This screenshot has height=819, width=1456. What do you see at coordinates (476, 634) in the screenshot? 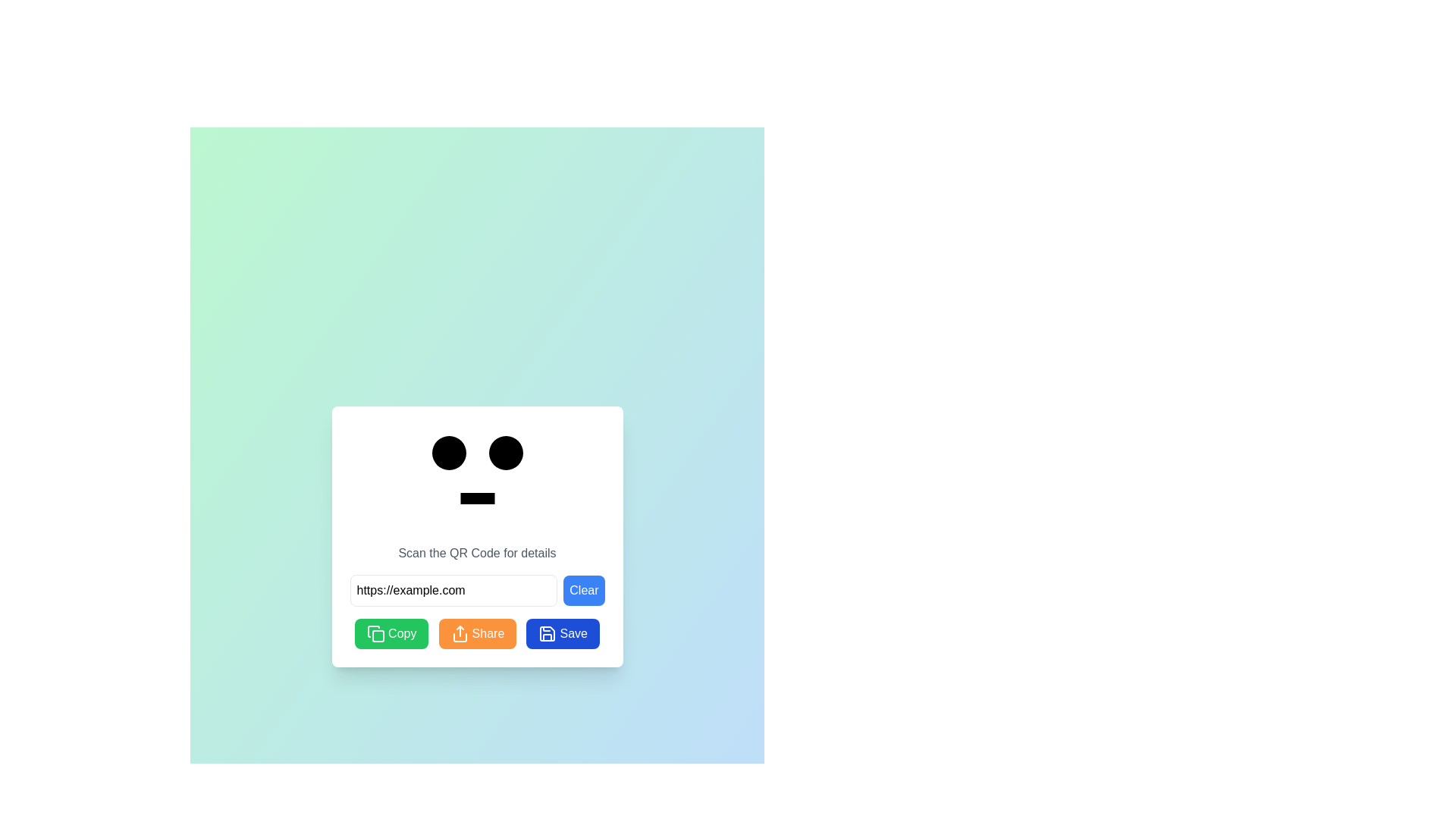
I see `the 'Share' button in the utility toolbar located at the bottom of the card-like area below the text field input` at bounding box center [476, 634].